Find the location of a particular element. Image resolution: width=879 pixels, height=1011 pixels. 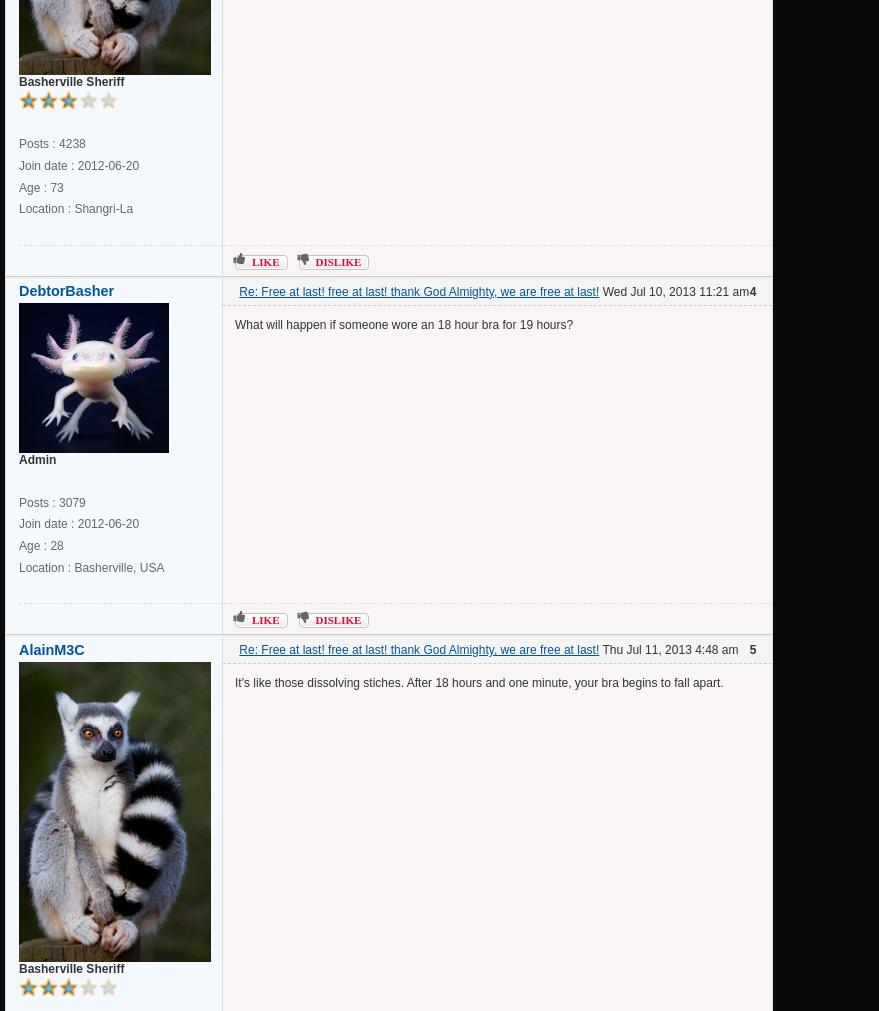

'What will happen if someone wore an 18 hour bra for 19 hours?' is located at coordinates (402, 324).